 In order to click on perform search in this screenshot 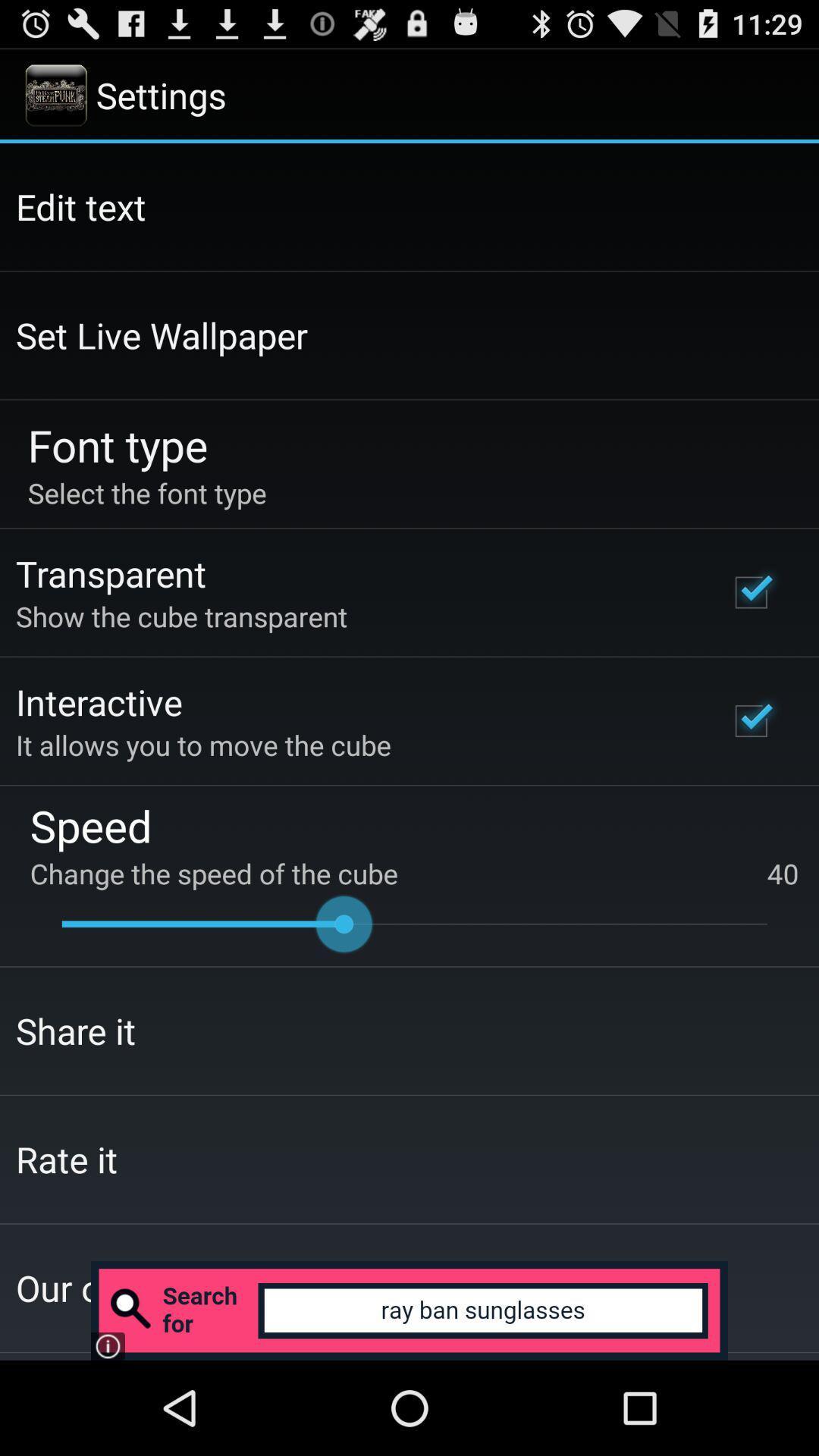, I will do `click(409, 1310)`.